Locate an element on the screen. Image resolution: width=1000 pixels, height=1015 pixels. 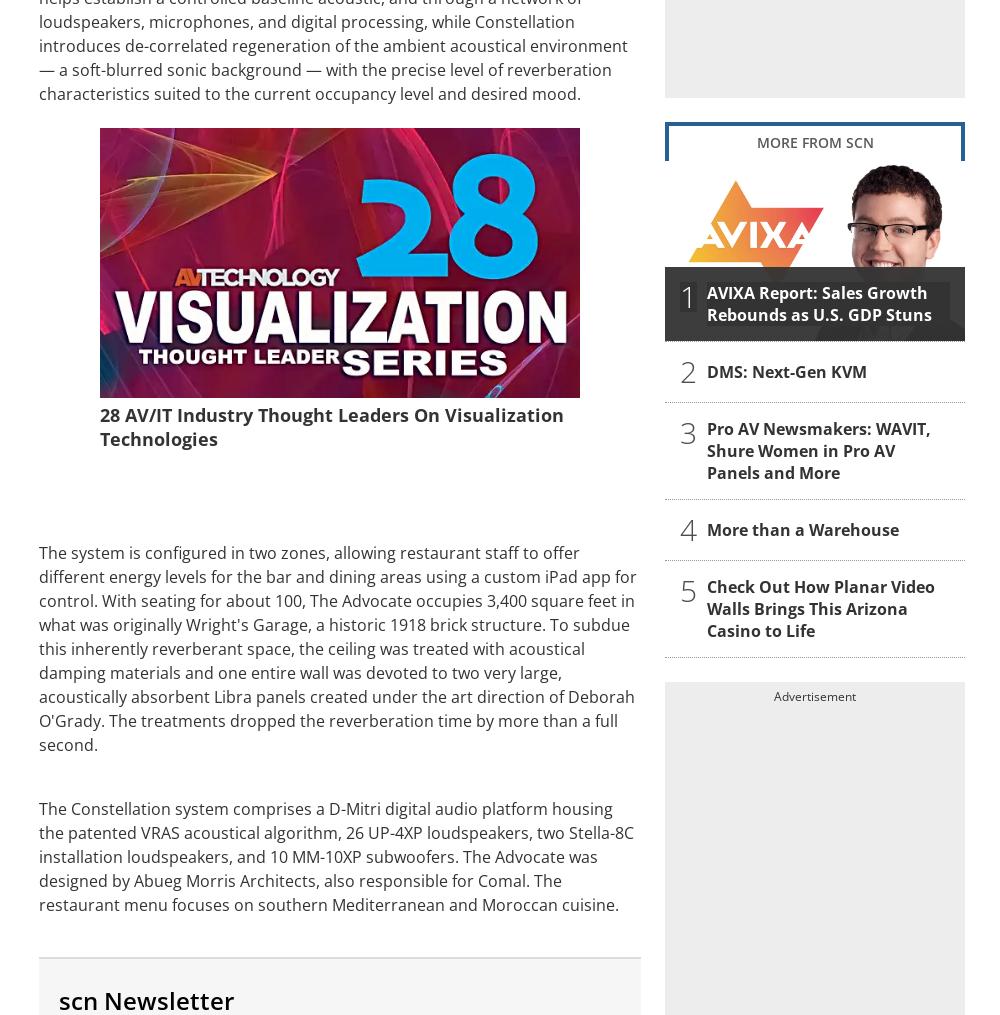
'3' is located at coordinates (688, 431).